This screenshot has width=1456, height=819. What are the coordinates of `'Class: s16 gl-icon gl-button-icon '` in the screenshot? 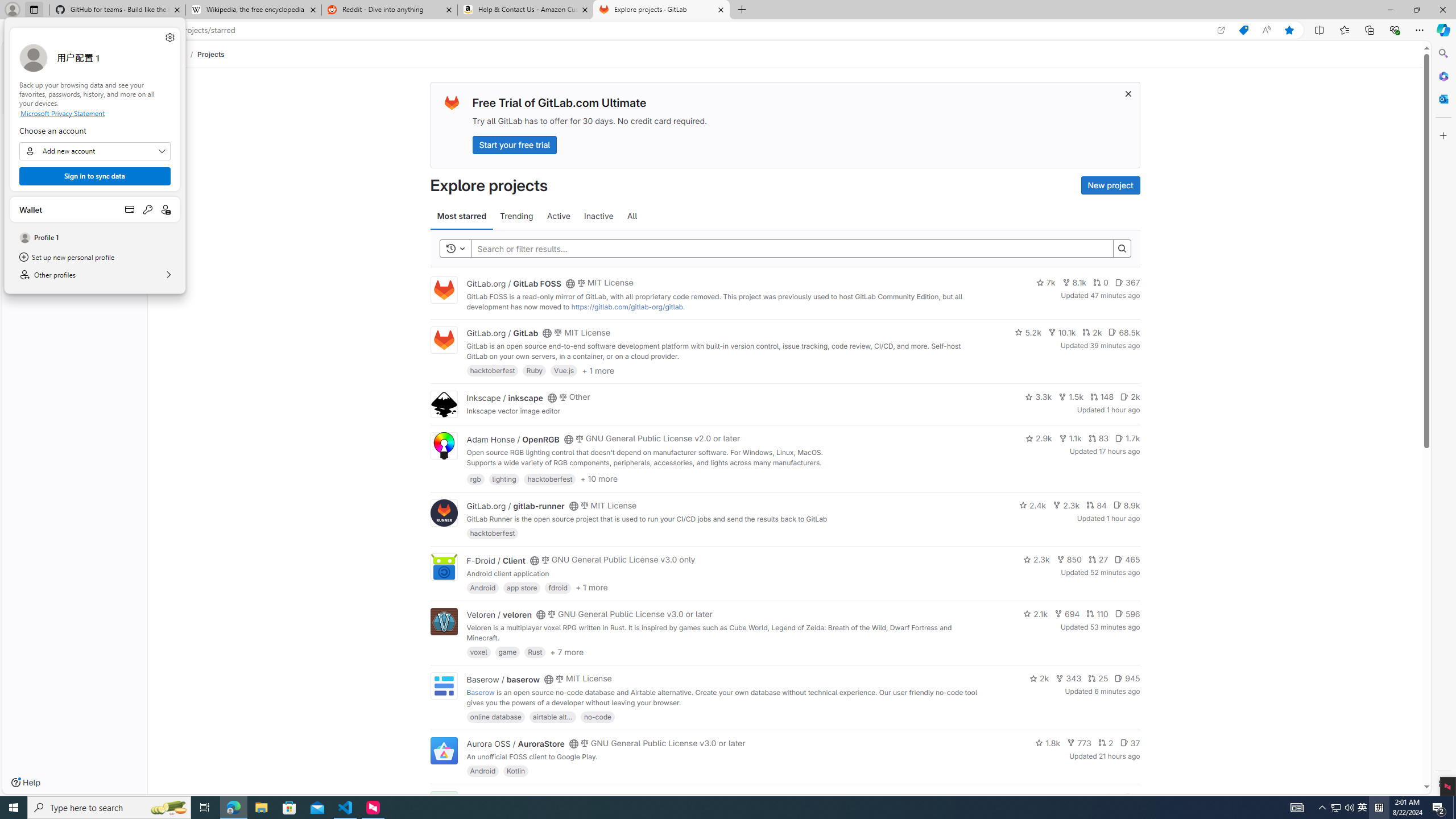 It's located at (1127, 93).